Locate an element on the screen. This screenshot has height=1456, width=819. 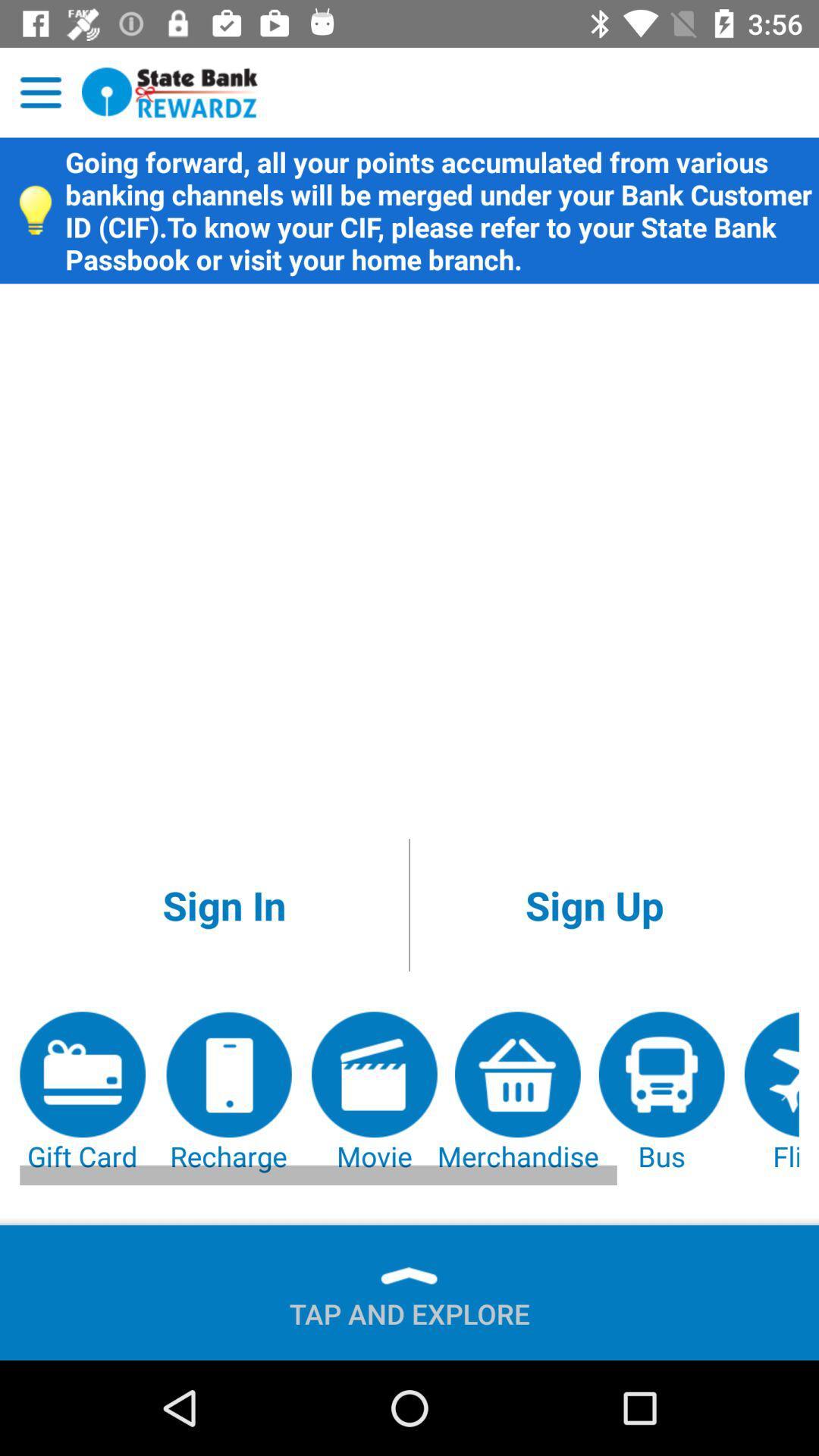
the movie app is located at coordinates (374, 1093).